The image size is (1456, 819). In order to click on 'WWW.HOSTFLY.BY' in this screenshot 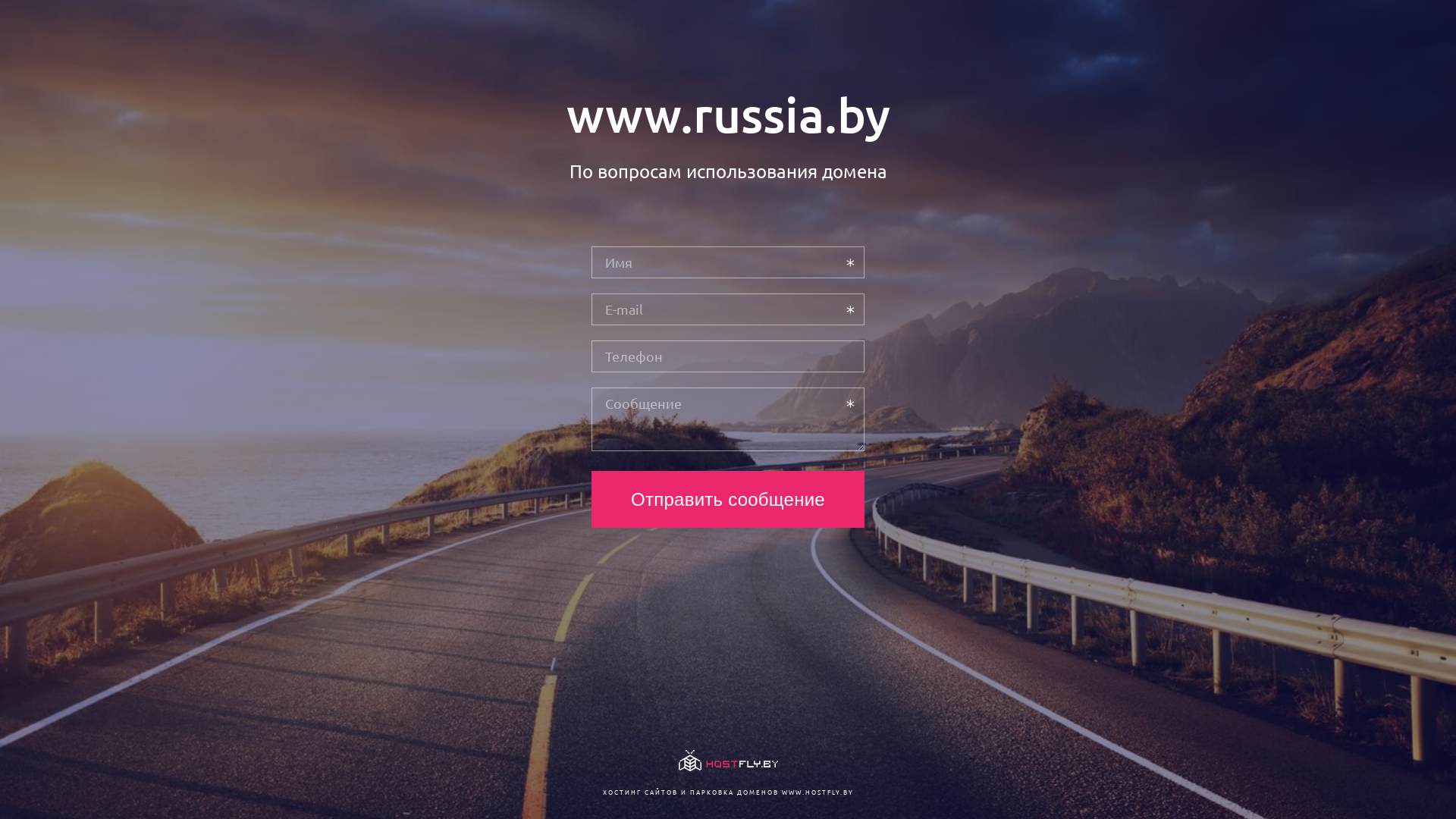, I will do `click(816, 791)`.